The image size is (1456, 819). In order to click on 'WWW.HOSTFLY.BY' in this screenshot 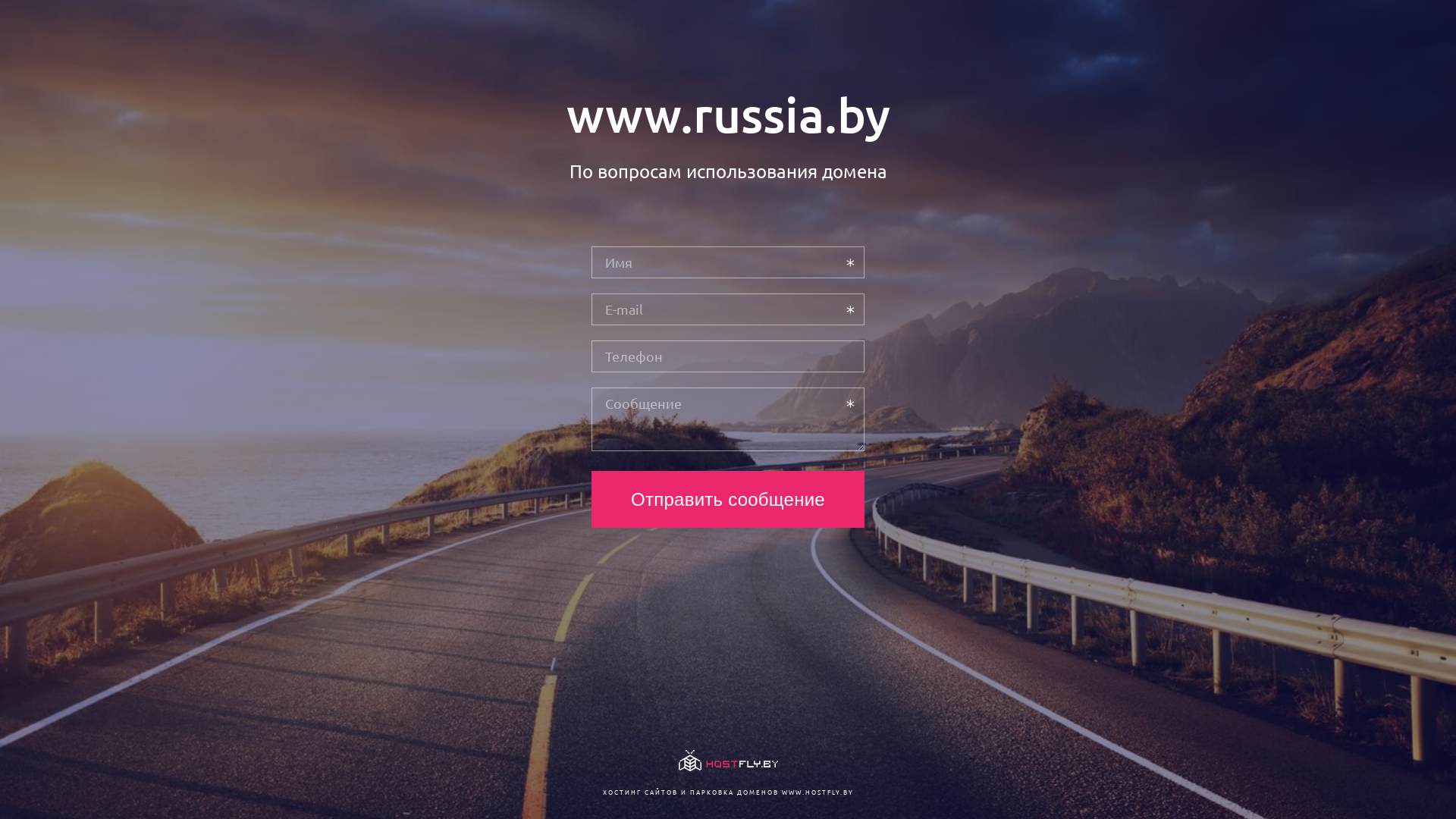, I will do `click(816, 791)`.